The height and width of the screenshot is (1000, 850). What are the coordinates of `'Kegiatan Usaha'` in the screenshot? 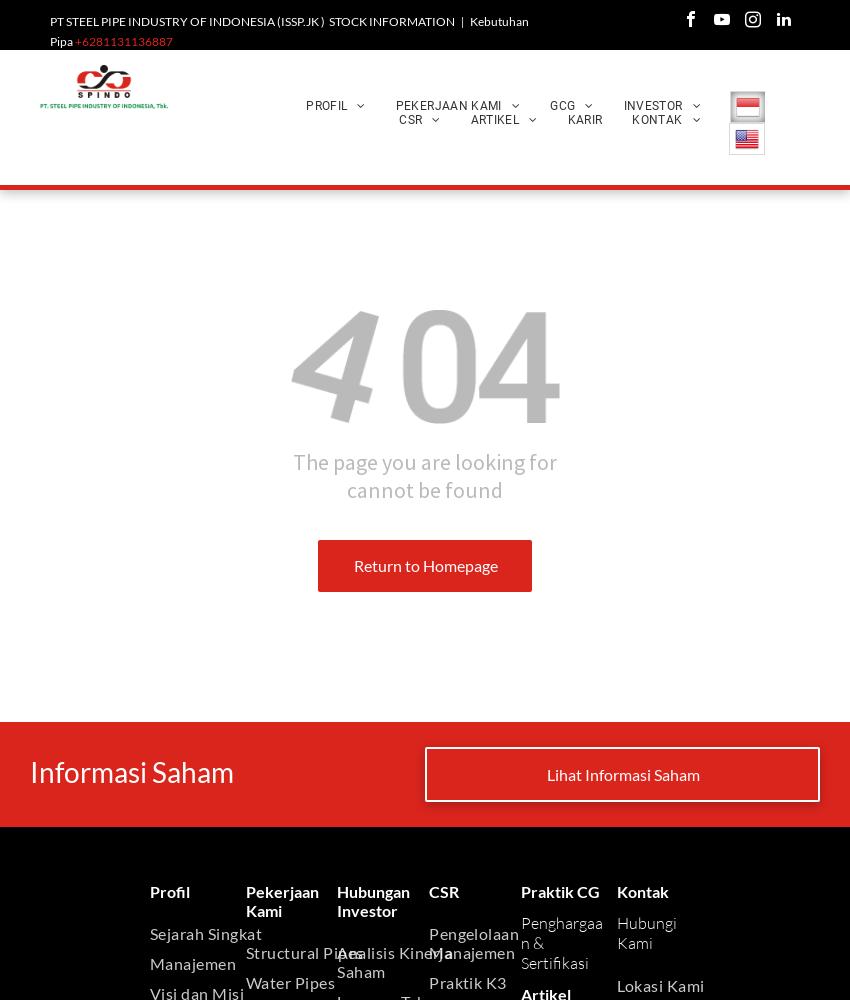 It's located at (366, 395).